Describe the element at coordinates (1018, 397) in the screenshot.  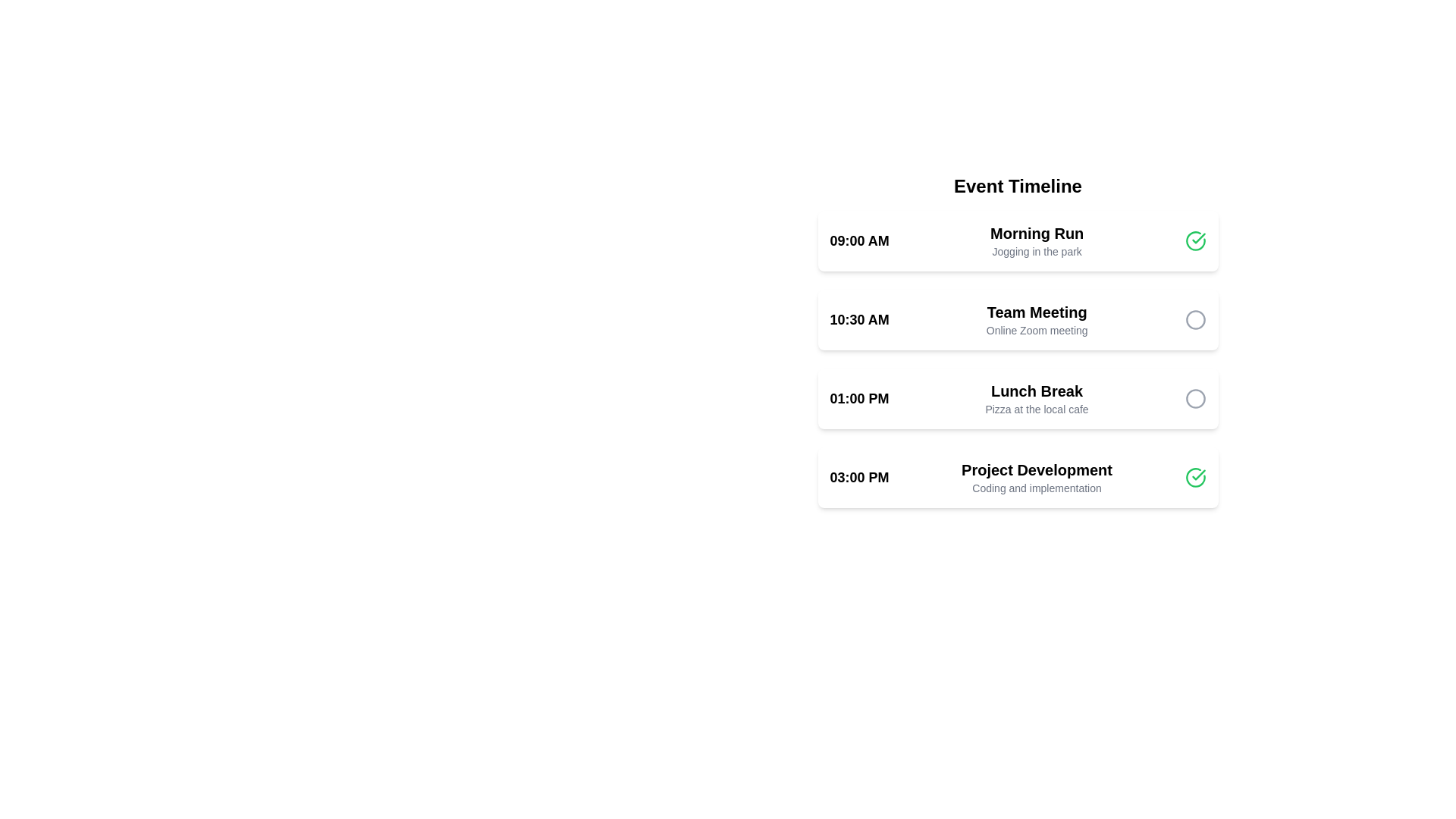
I see `on the text of the third card in the vertical list of events, which is located between the 'Team Meeting' card and the 'Project Development' card` at that location.